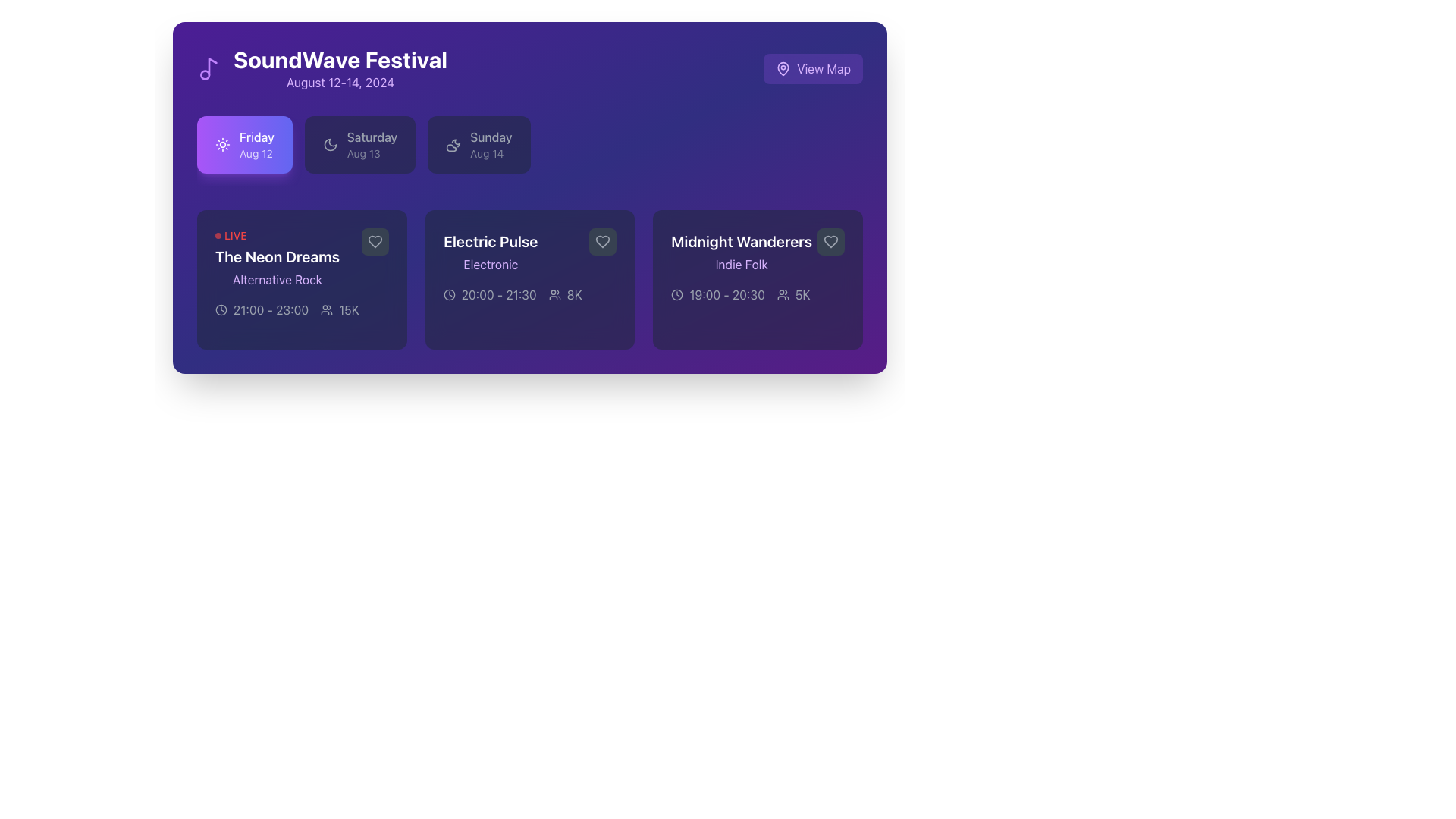  I want to click on the text label displaying the time range '21:00 - 23:00' for the event 'The Neon Dreams', which is styled in light gray on a dark background and has a red circular marker, so click(271, 309).